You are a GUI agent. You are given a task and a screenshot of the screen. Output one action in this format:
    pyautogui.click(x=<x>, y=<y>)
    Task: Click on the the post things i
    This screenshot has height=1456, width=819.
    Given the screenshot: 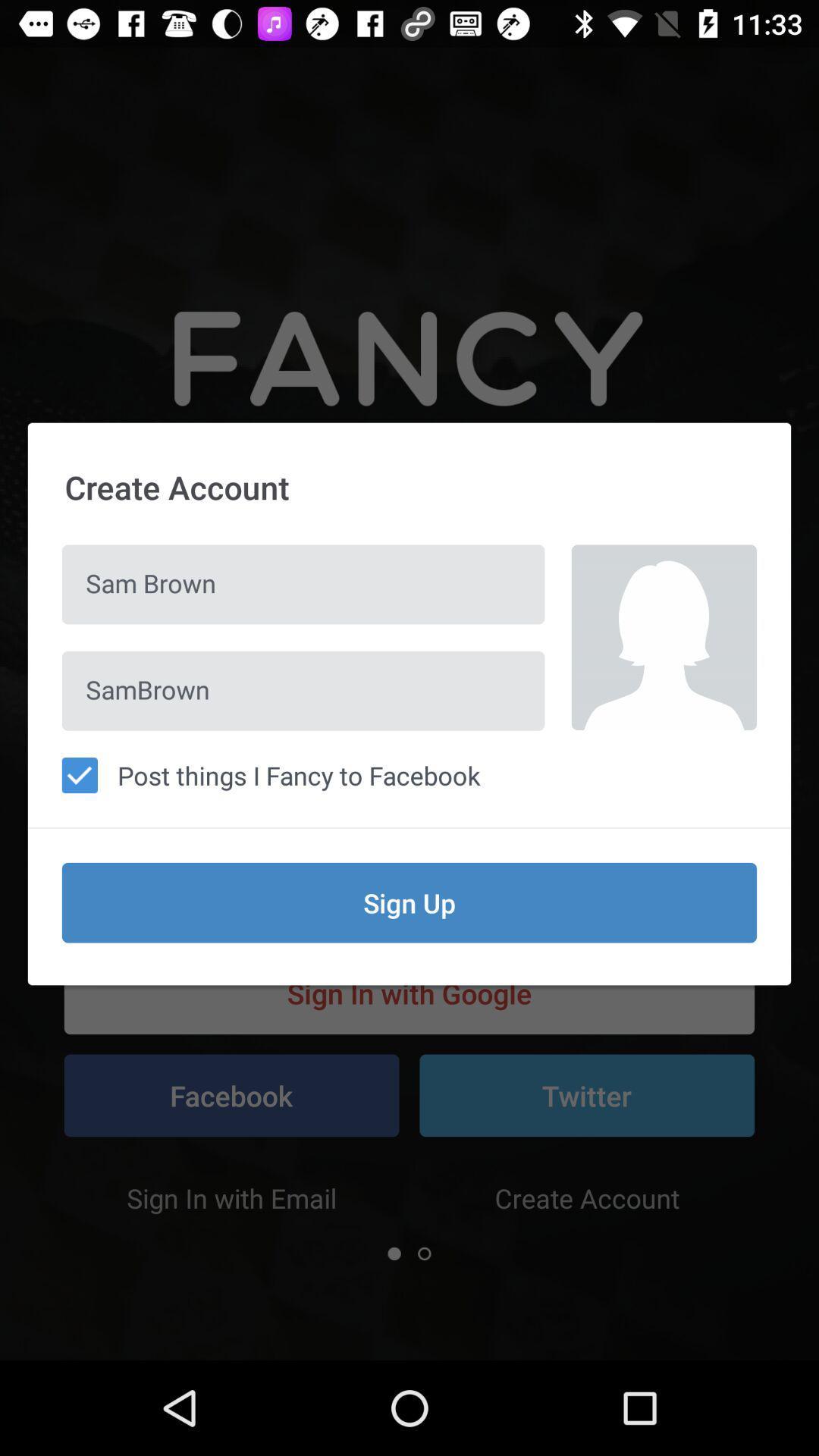 What is the action you would take?
    pyautogui.click(x=409, y=775)
    